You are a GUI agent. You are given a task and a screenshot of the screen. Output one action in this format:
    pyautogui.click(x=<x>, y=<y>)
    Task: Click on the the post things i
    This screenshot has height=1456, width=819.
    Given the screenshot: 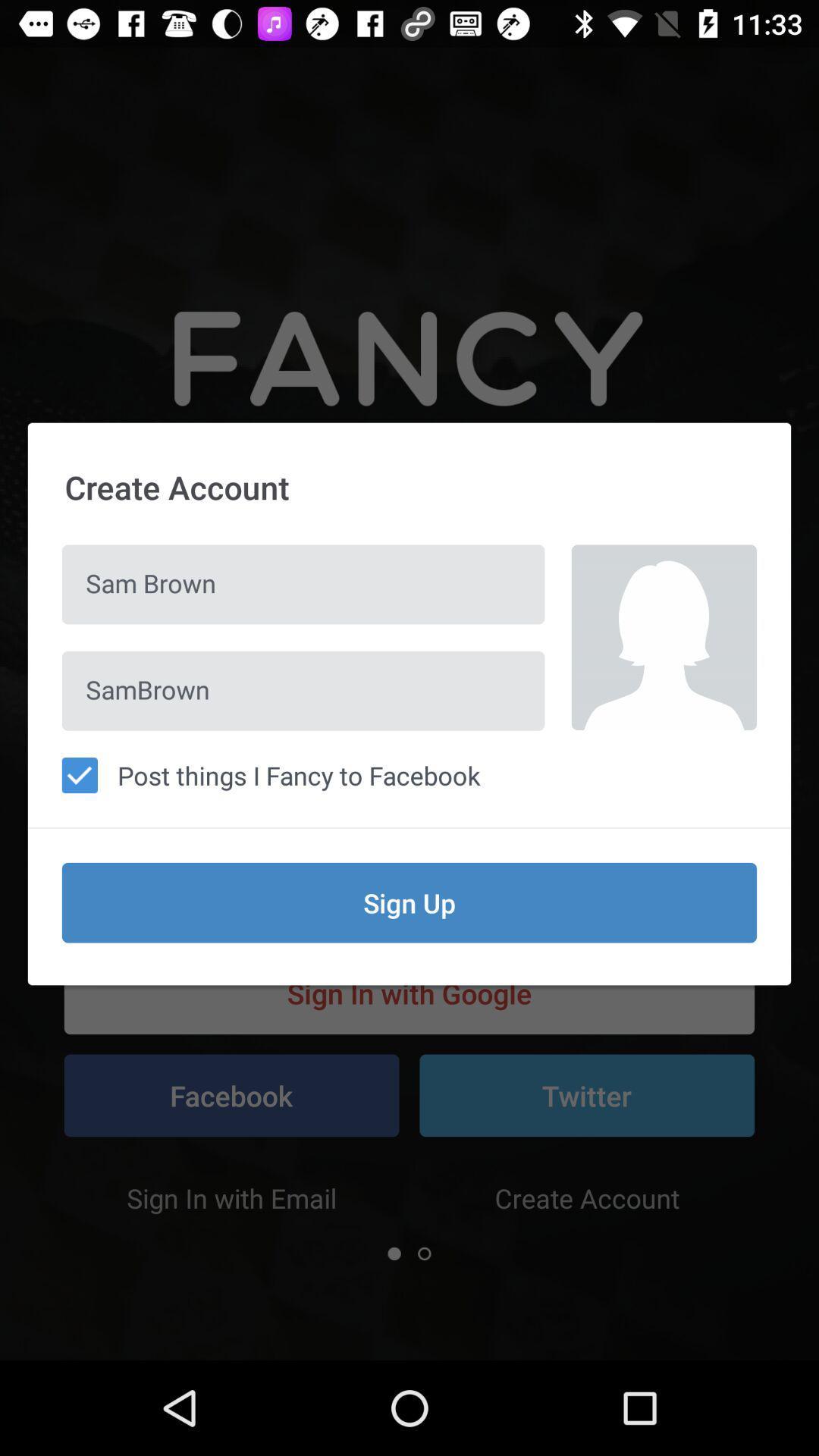 What is the action you would take?
    pyautogui.click(x=409, y=775)
    